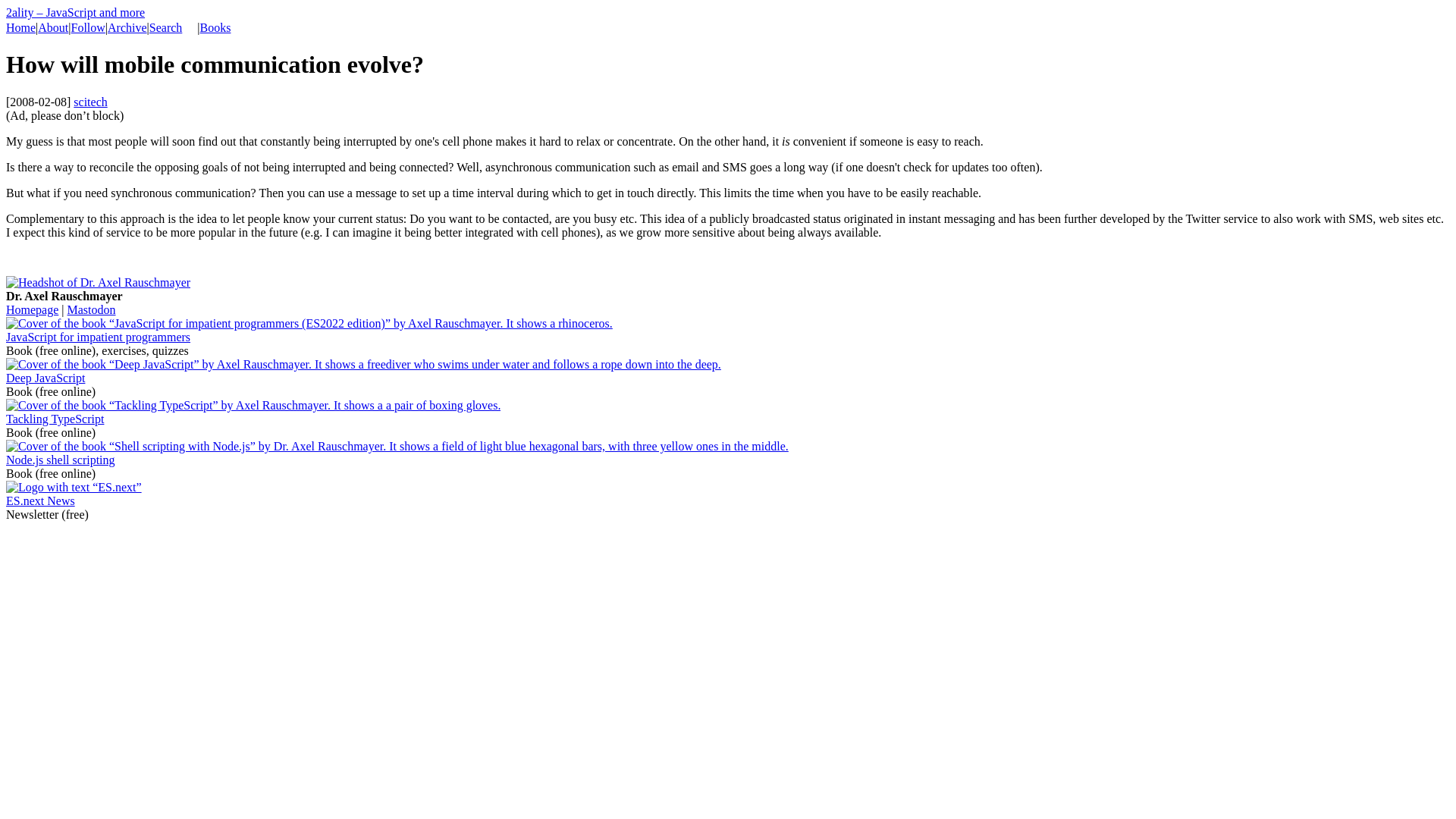 This screenshot has height=819, width=1456. I want to click on 'Deep JavaScript', so click(45, 377).